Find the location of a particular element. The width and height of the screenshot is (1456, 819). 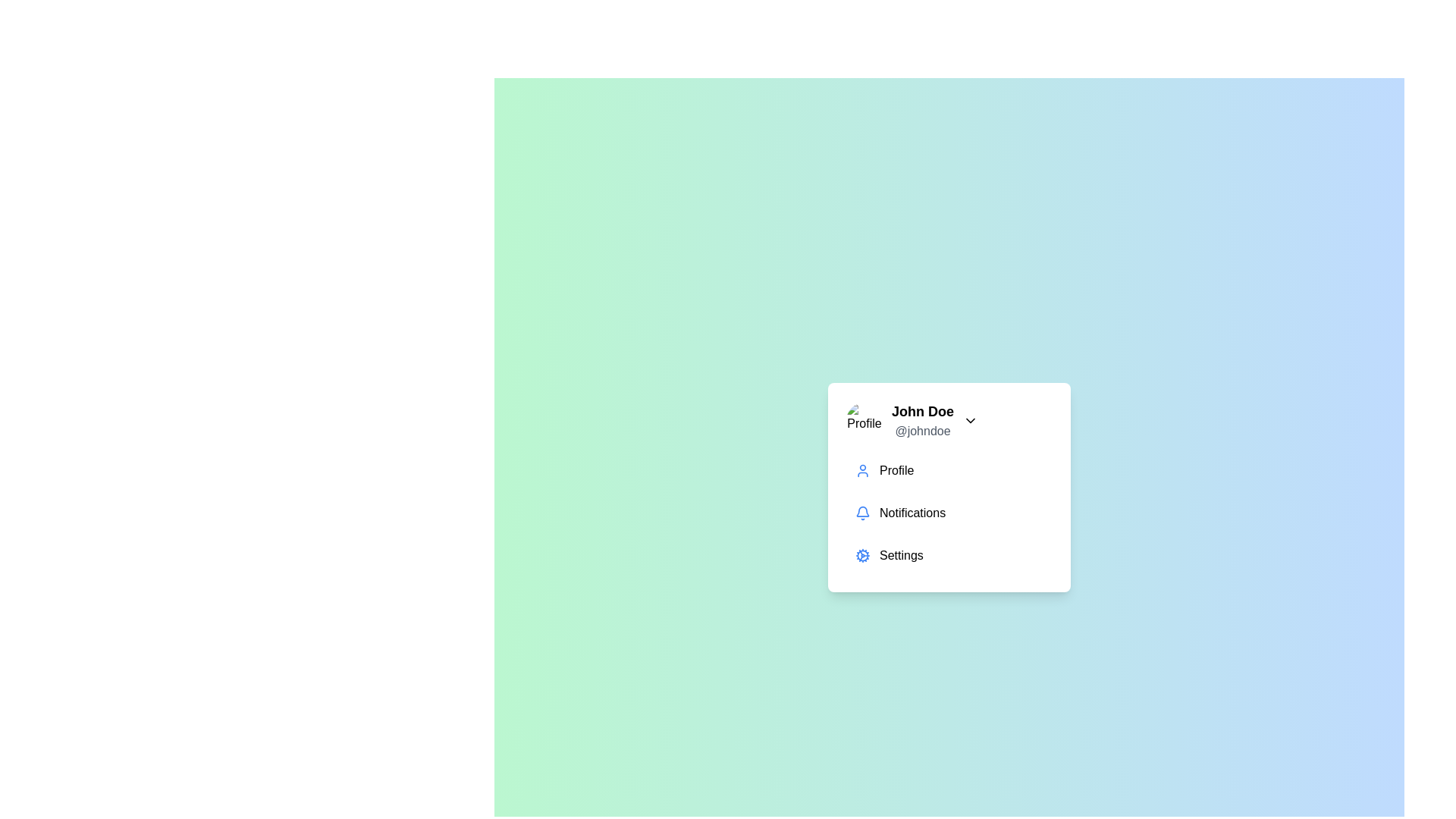

the menu item Profile from the dropdown is located at coordinates (949, 470).